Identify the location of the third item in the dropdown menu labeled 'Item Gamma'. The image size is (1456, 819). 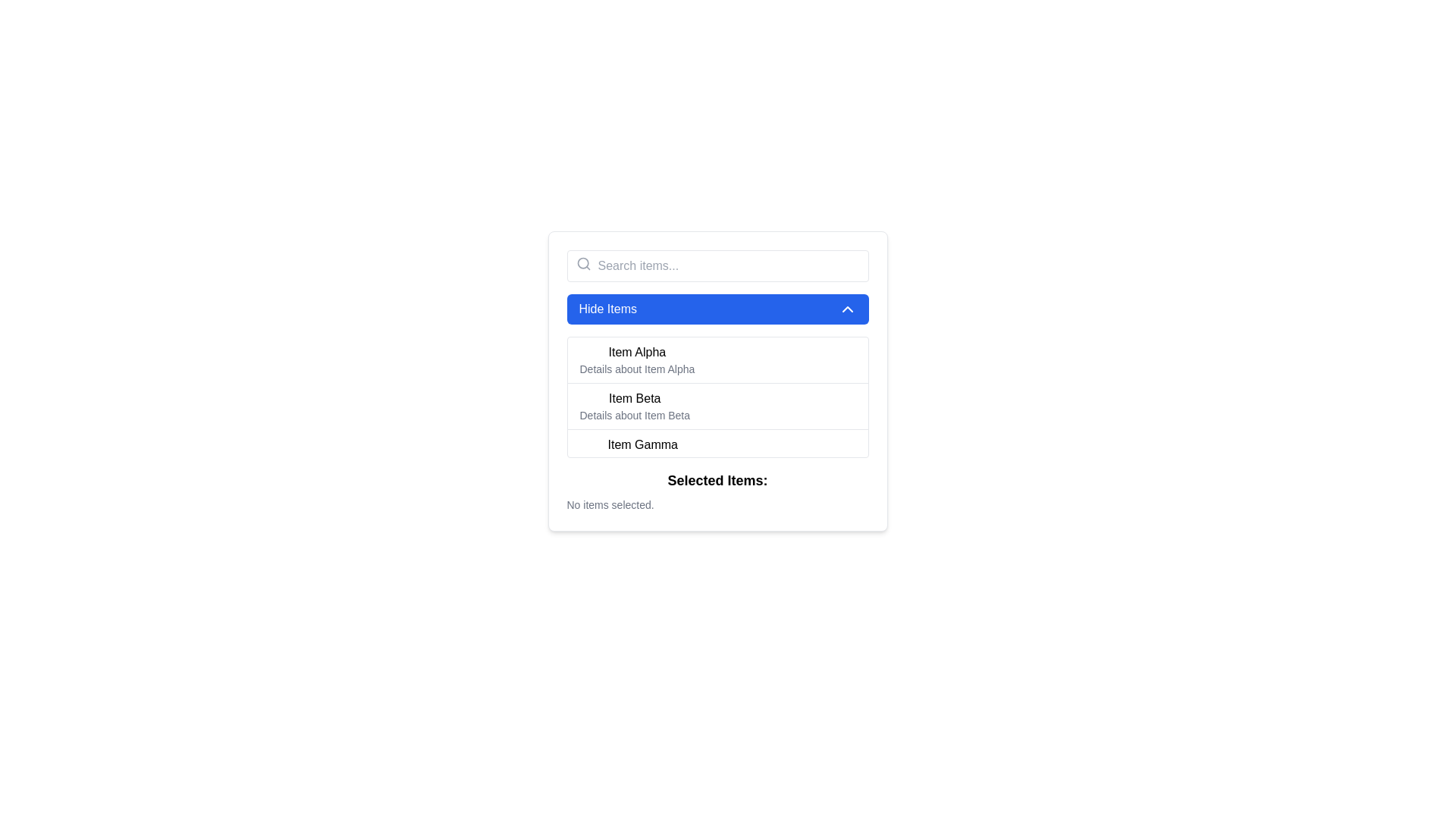
(642, 452).